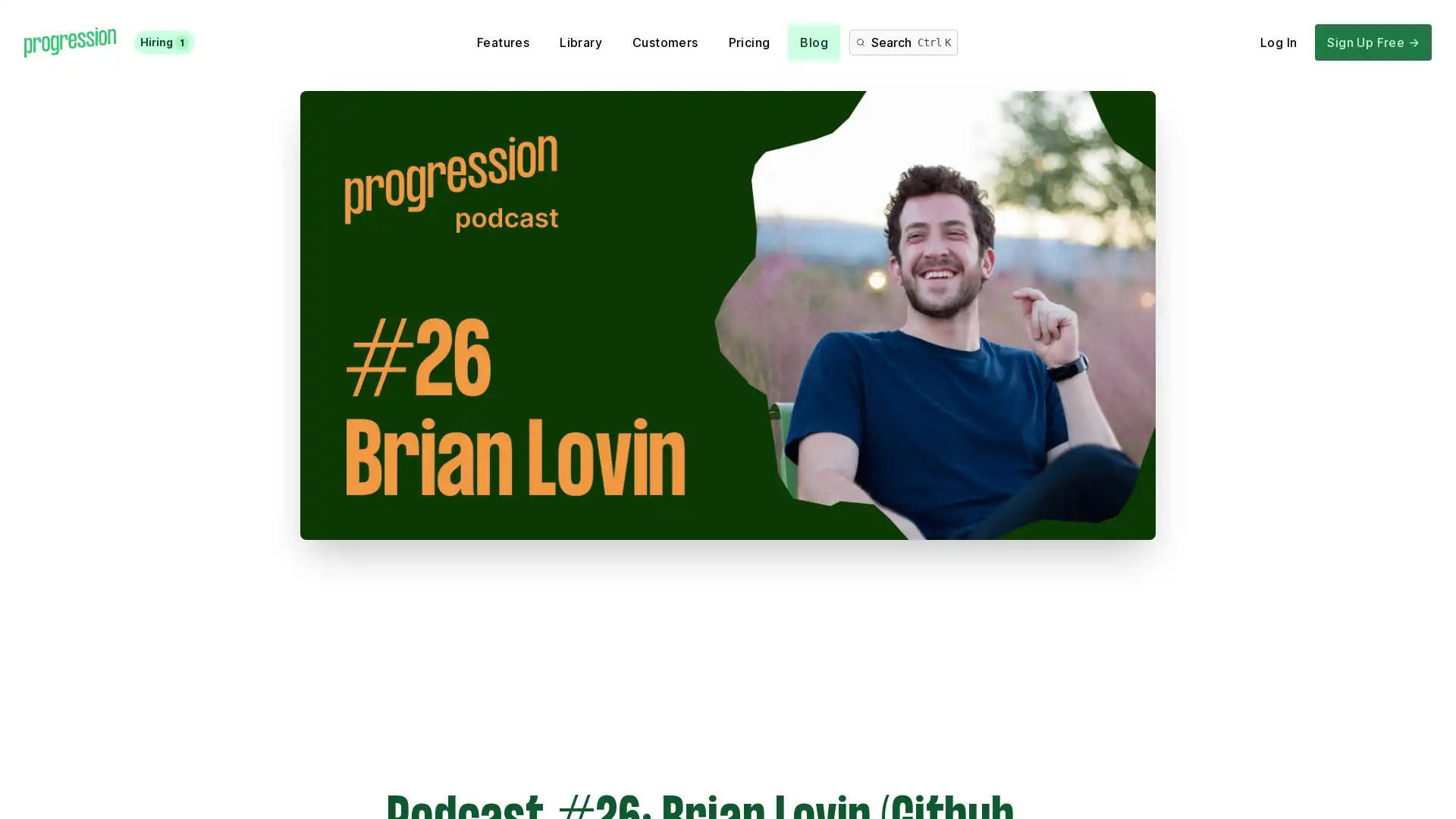 The width and height of the screenshot is (1456, 819). What do you see at coordinates (1417, 780) in the screenshot?
I see `Open Intercom Messenger` at bounding box center [1417, 780].